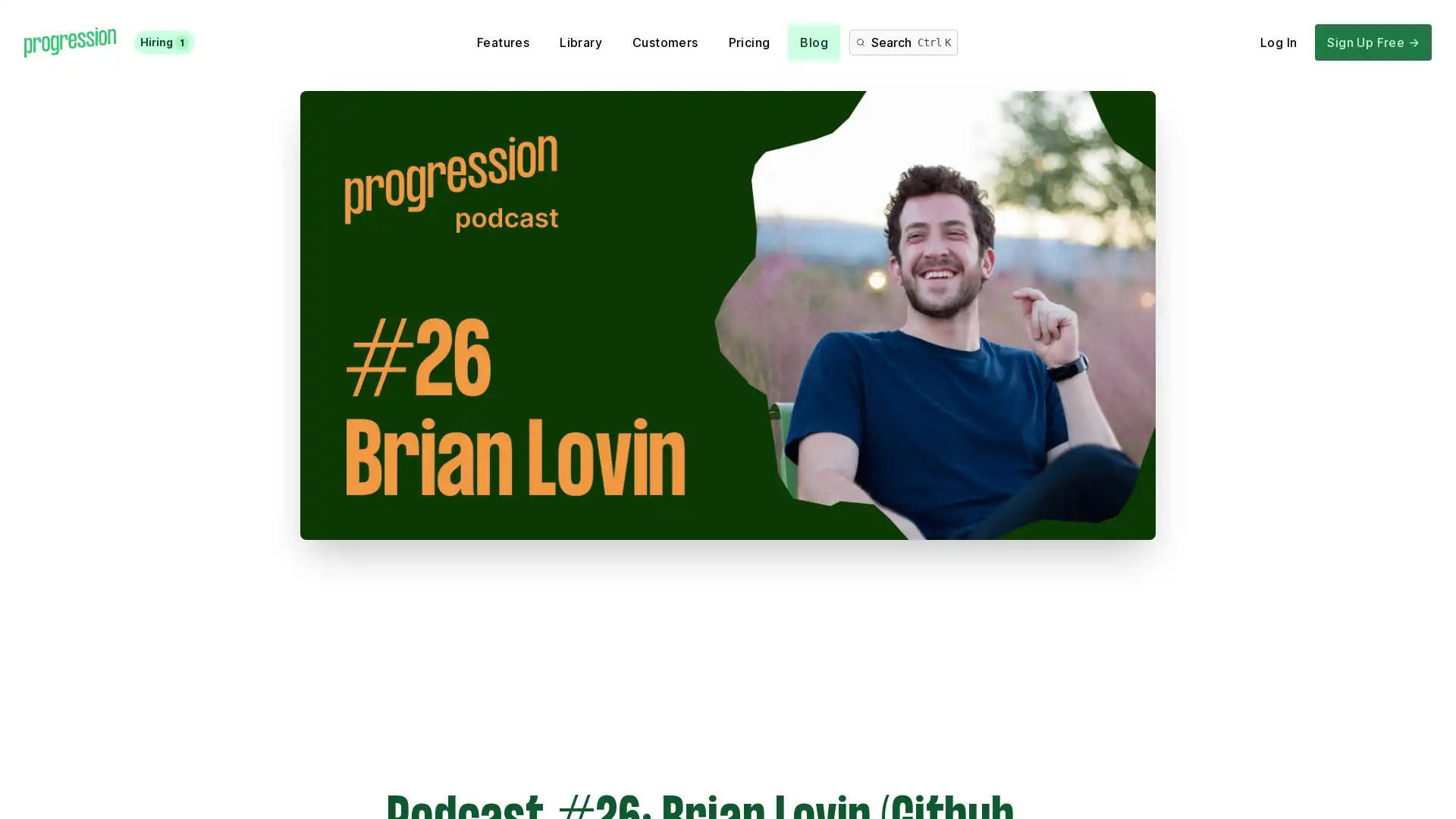 The width and height of the screenshot is (1456, 819). What do you see at coordinates (1417, 780) in the screenshot?
I see `Open Intercom Messenger` at bounding box center [1417, 780].